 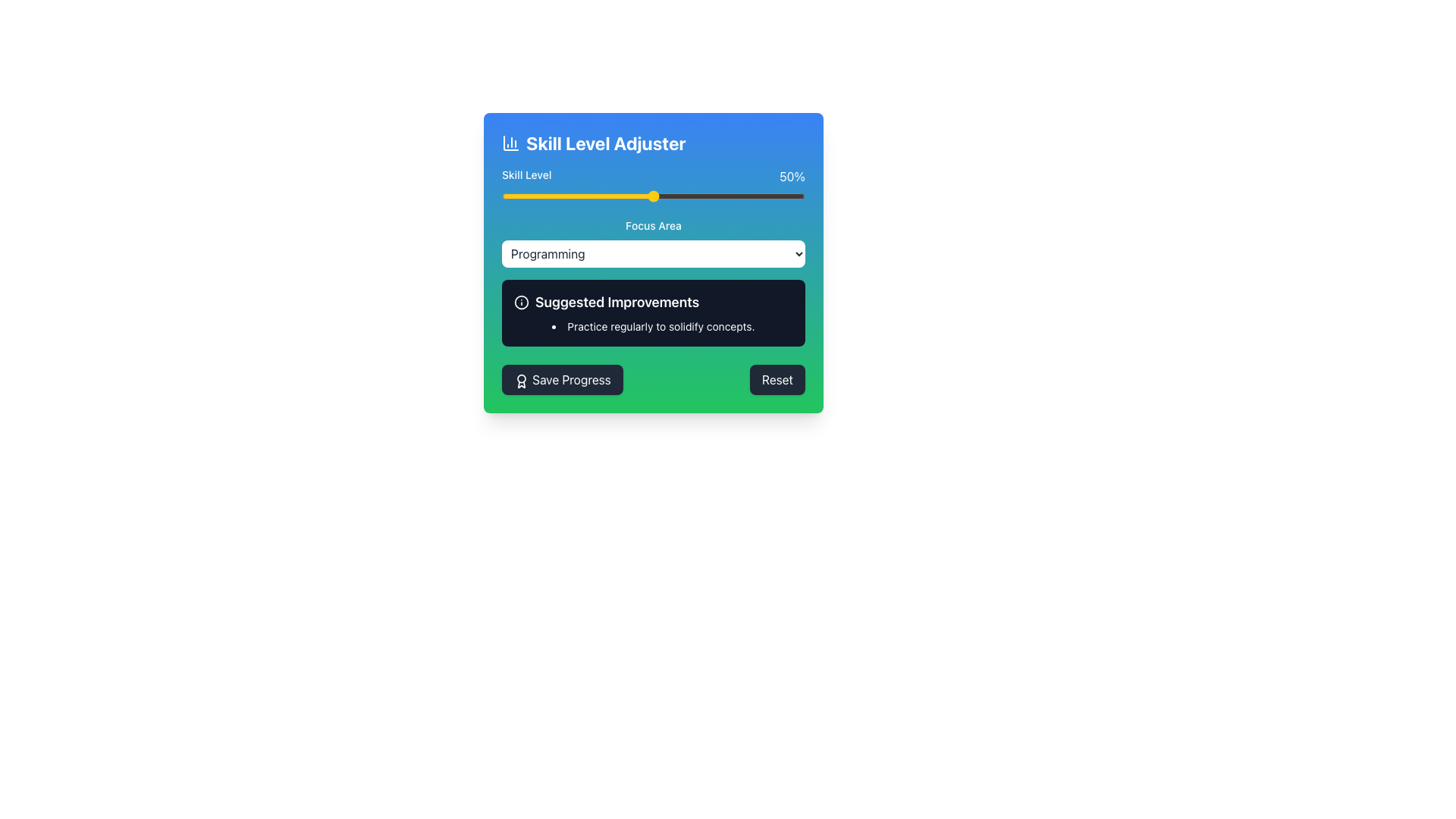 What do you see at coordinates (523, 195) in the screenshot?
I see `the skill level` at bounding box center [523, 195].